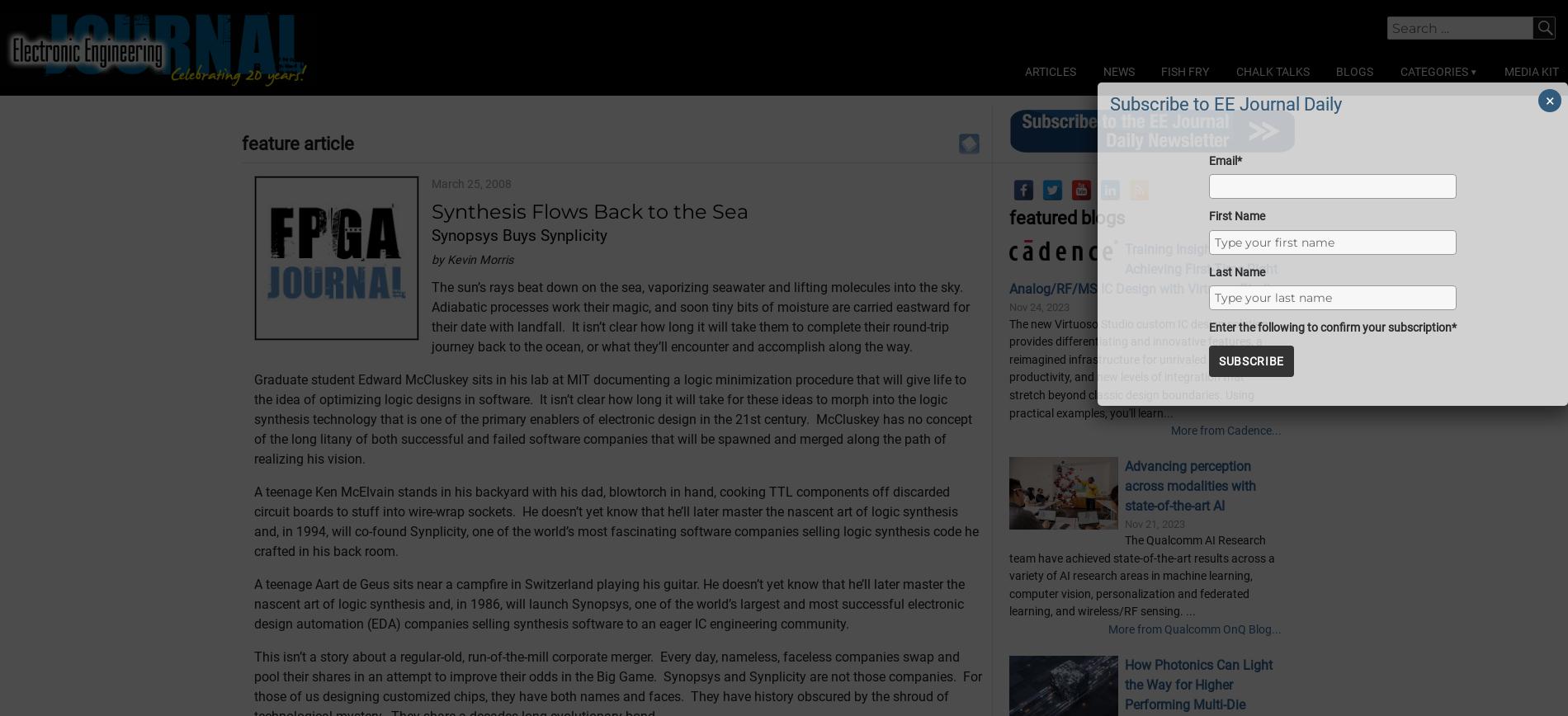 The image size is (1568, 716). I want to click on 'by Kevin Morris', so click(471, 342).